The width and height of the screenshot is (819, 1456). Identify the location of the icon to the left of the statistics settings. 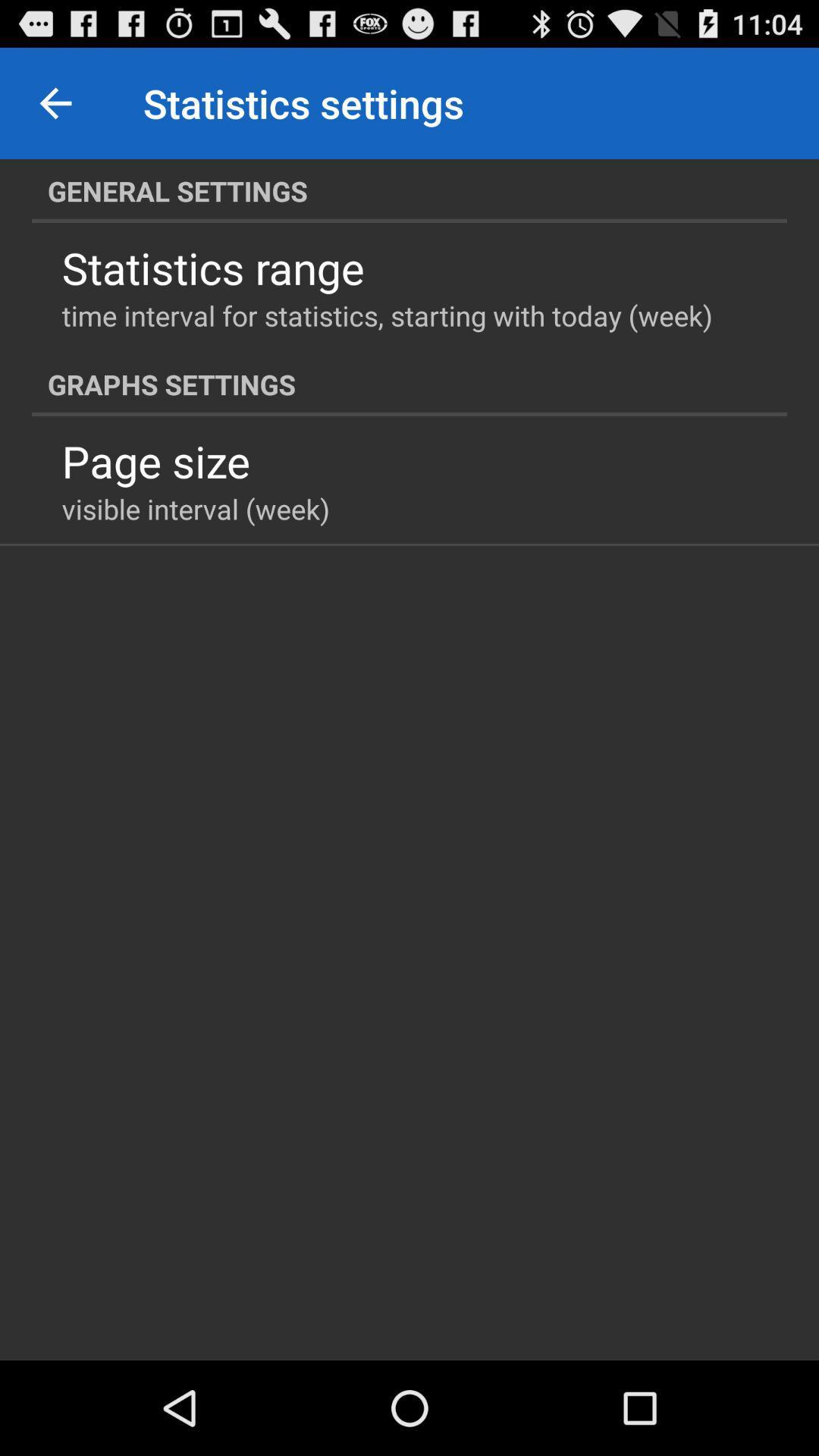
(55, 102).